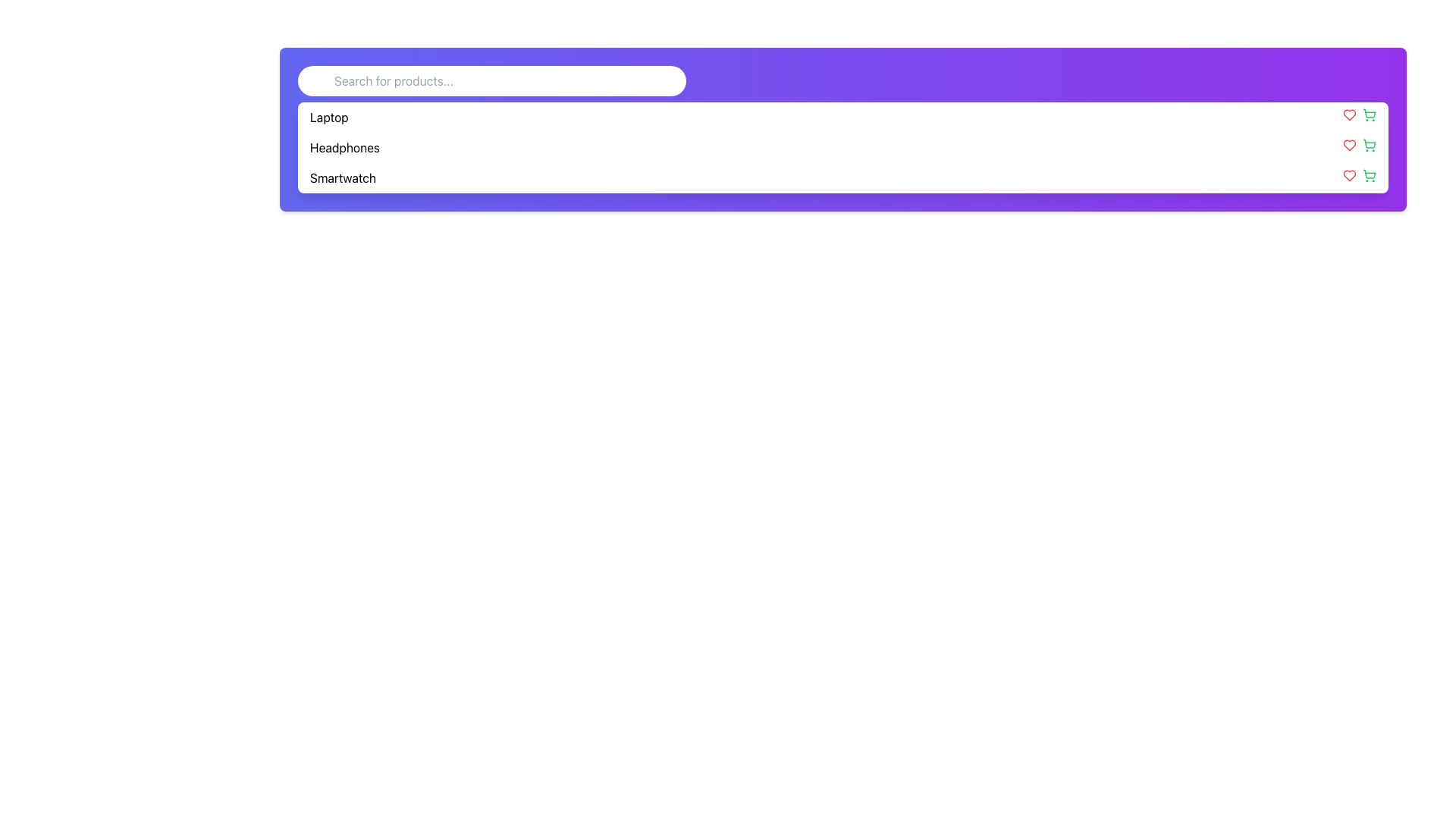 The image size is (1456, 819). What do you see at coordinates (1350, 174) in the screenshot?
I see `the leftmost icon in the action column of the 'Smartwatch' entry` at bounding box center [1350, 174].